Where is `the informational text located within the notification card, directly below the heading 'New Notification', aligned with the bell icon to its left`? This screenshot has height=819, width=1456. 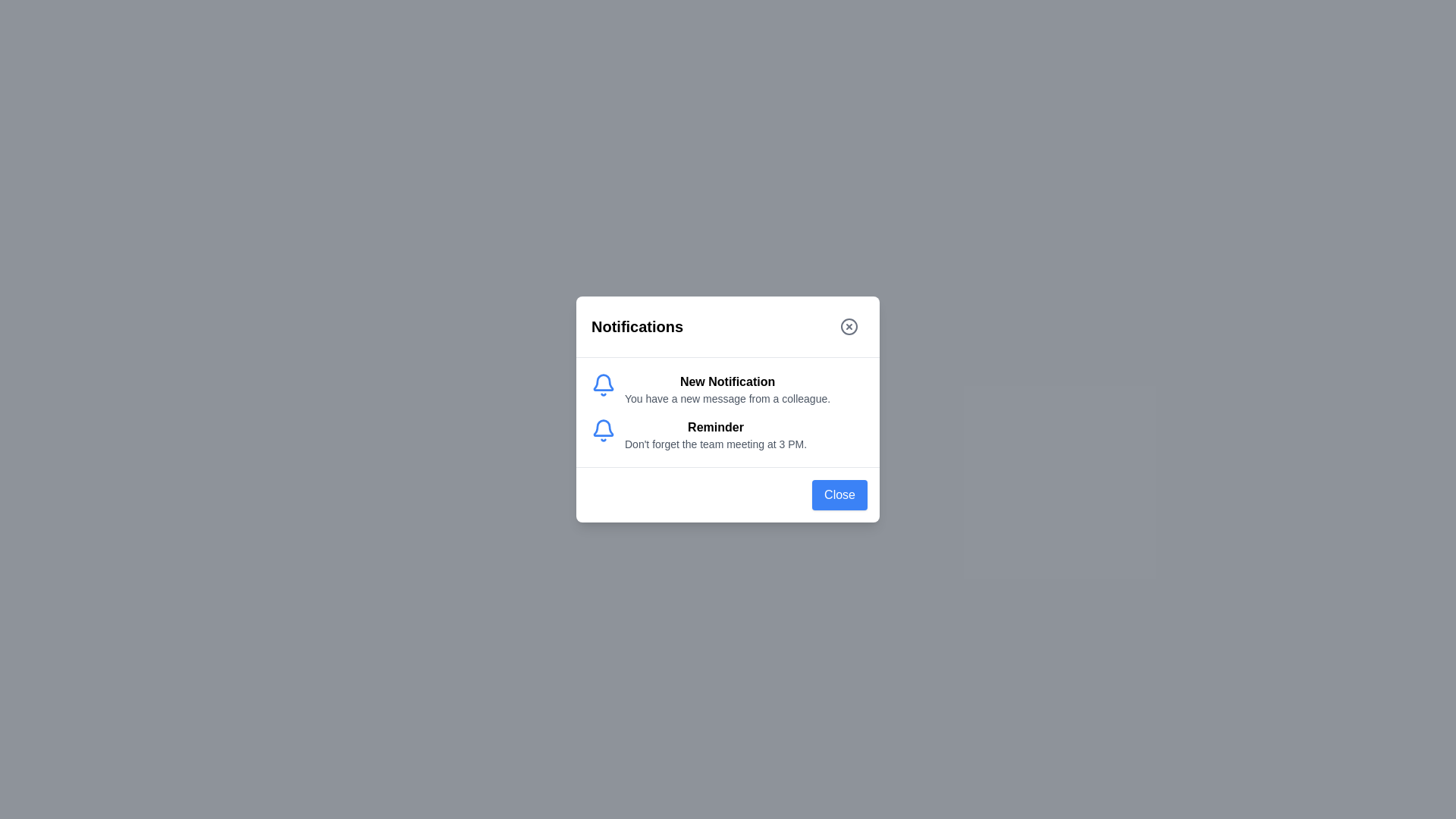
the informational text located within the notification card, directly below the heading 'New Notification', aligned with the bell icon to its left is located at coordinates (726, 397).